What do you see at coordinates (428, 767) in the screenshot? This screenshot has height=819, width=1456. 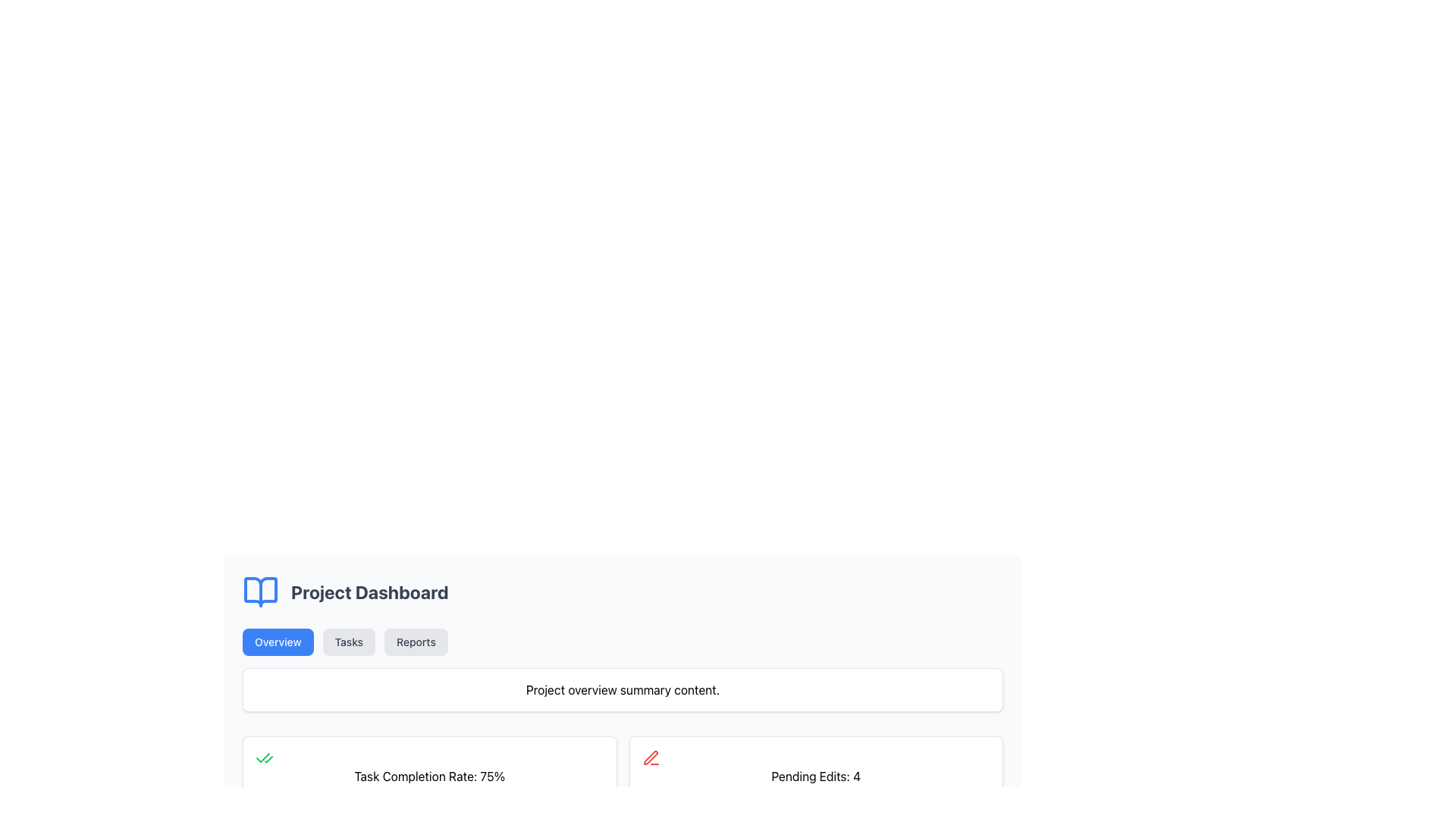 I see `the status card displaying the completion rate of tasks in percentage, located on the upper-left side of the section and aligned horizontally to the left of the 'Pending Edits: 4' box` at bounding box center [428, 767].